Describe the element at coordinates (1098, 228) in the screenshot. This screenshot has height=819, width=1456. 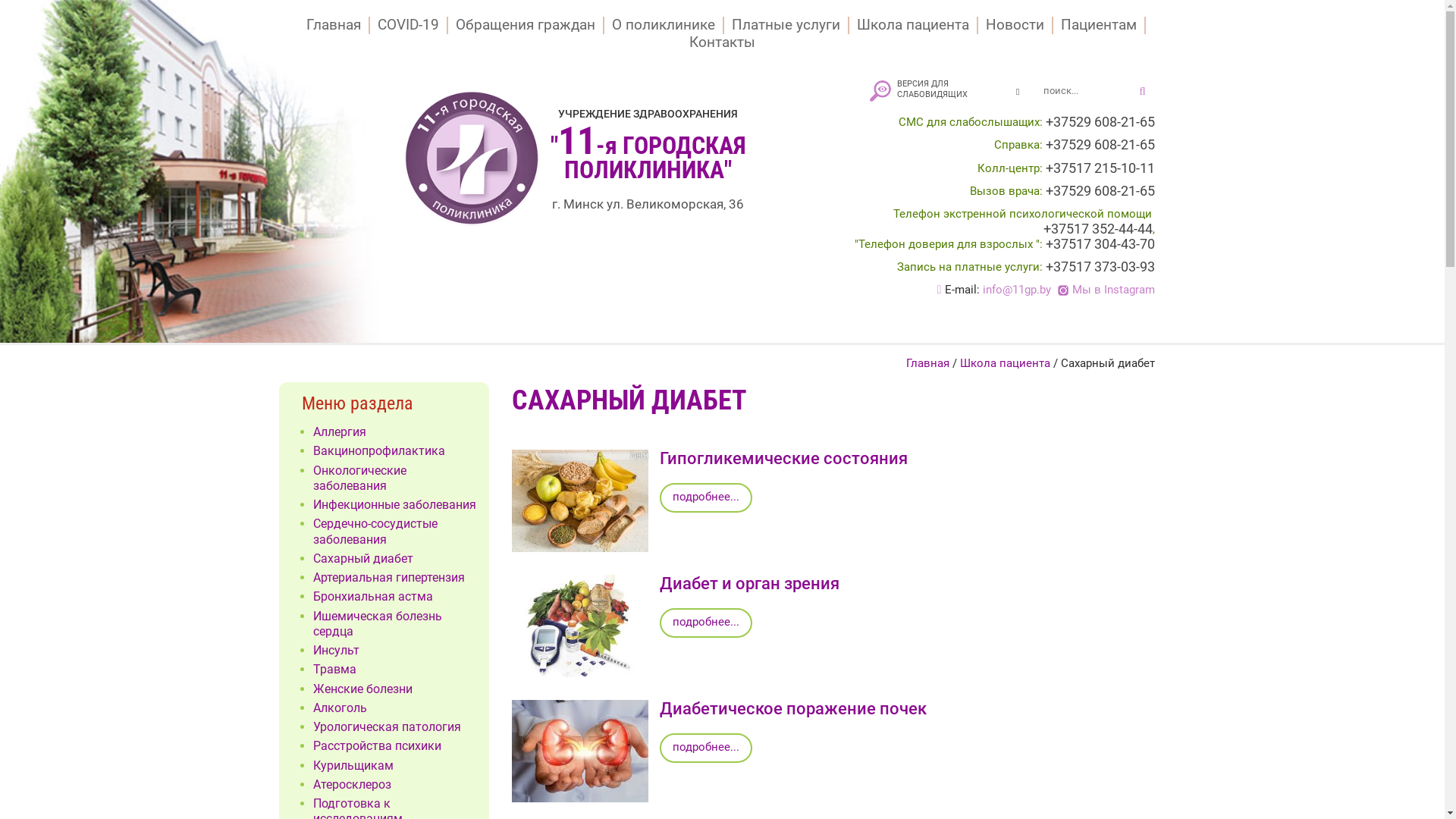
I see `'+37517 352-44-44'` at that location.